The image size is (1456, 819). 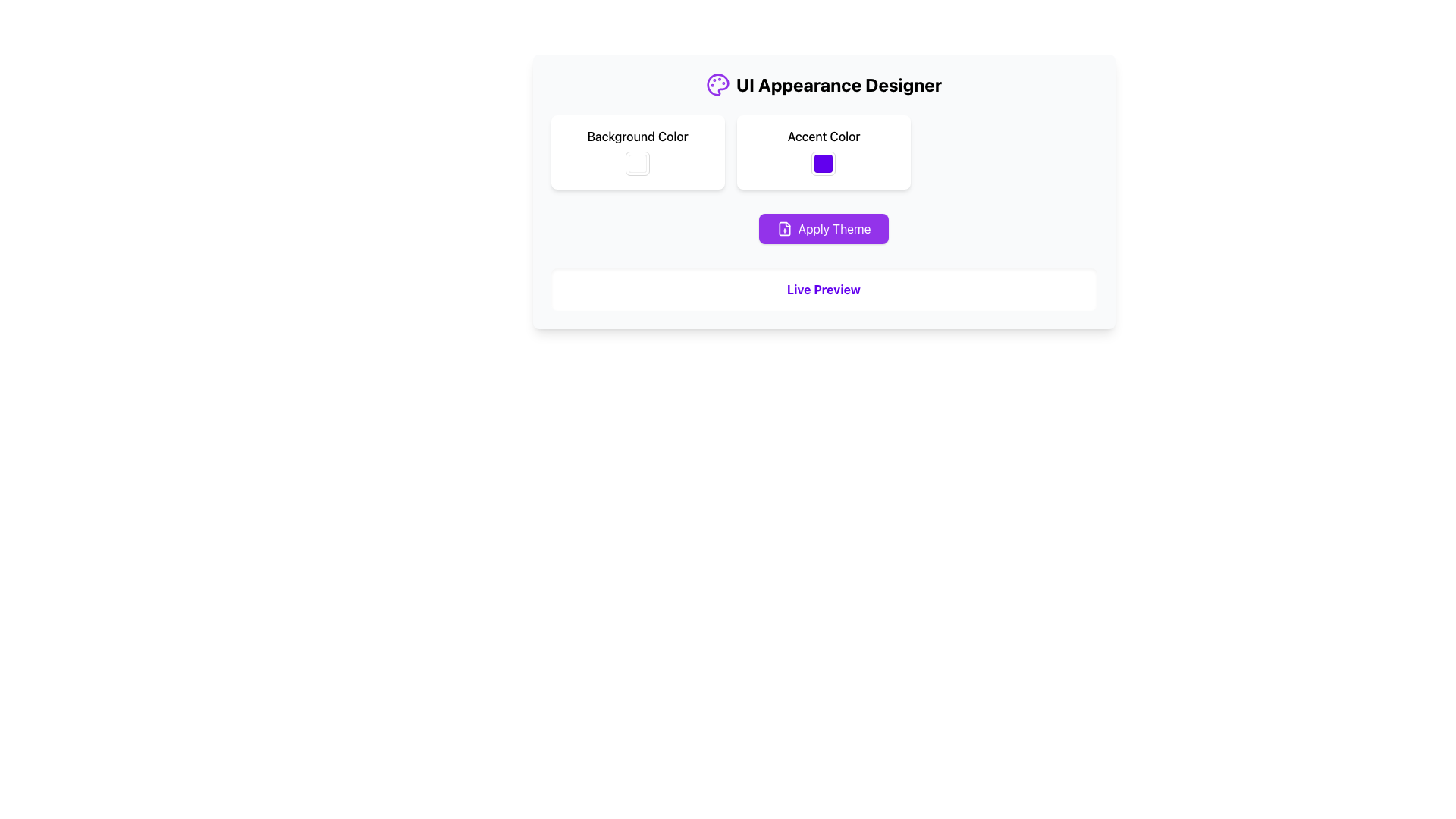 I want to click on the icon resembling a document with a plus symbol located to the left of the 'Apply Theme' button text, so click(x=784, y=228).